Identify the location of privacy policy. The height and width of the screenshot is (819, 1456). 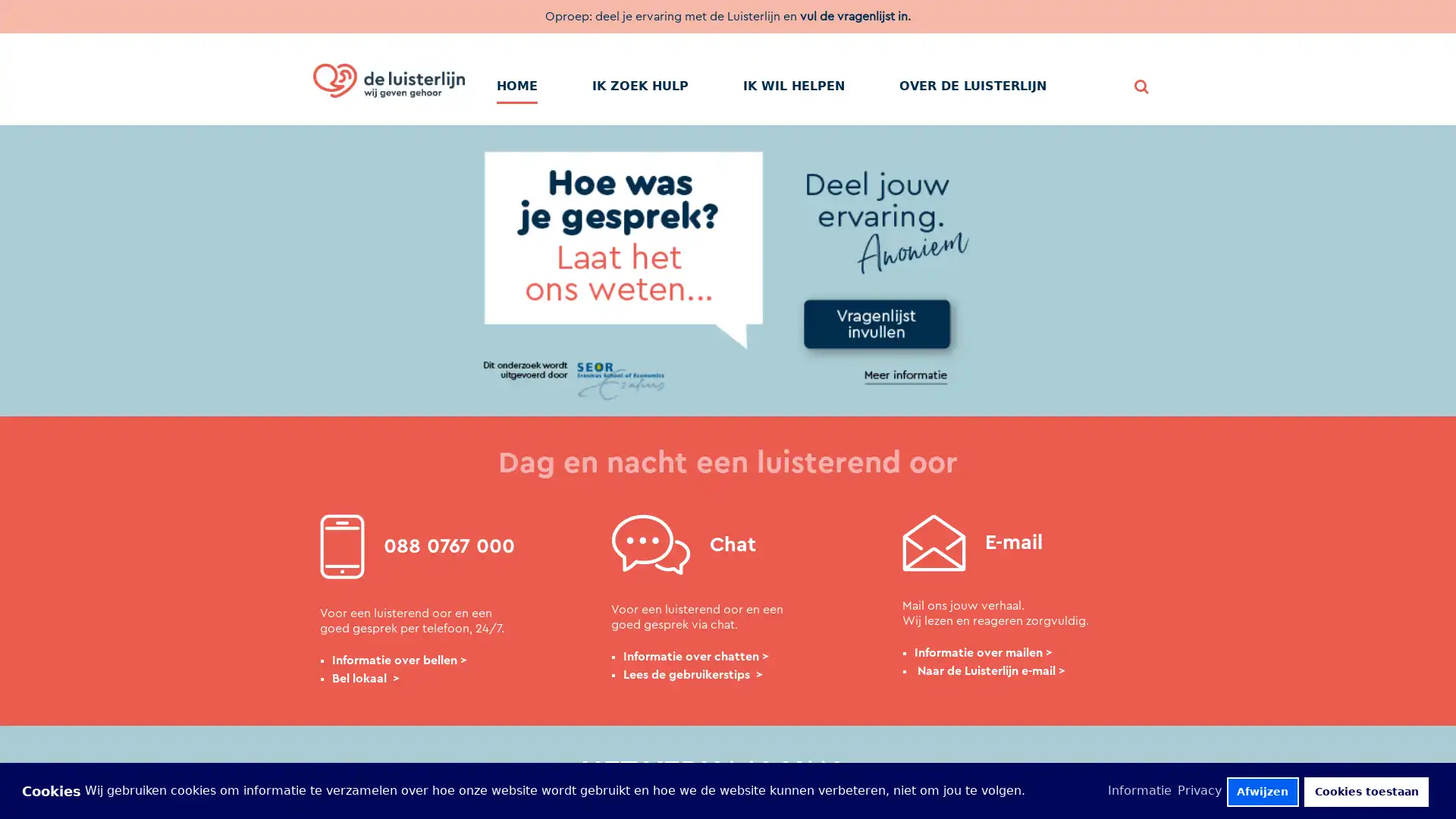
(1199, 789).